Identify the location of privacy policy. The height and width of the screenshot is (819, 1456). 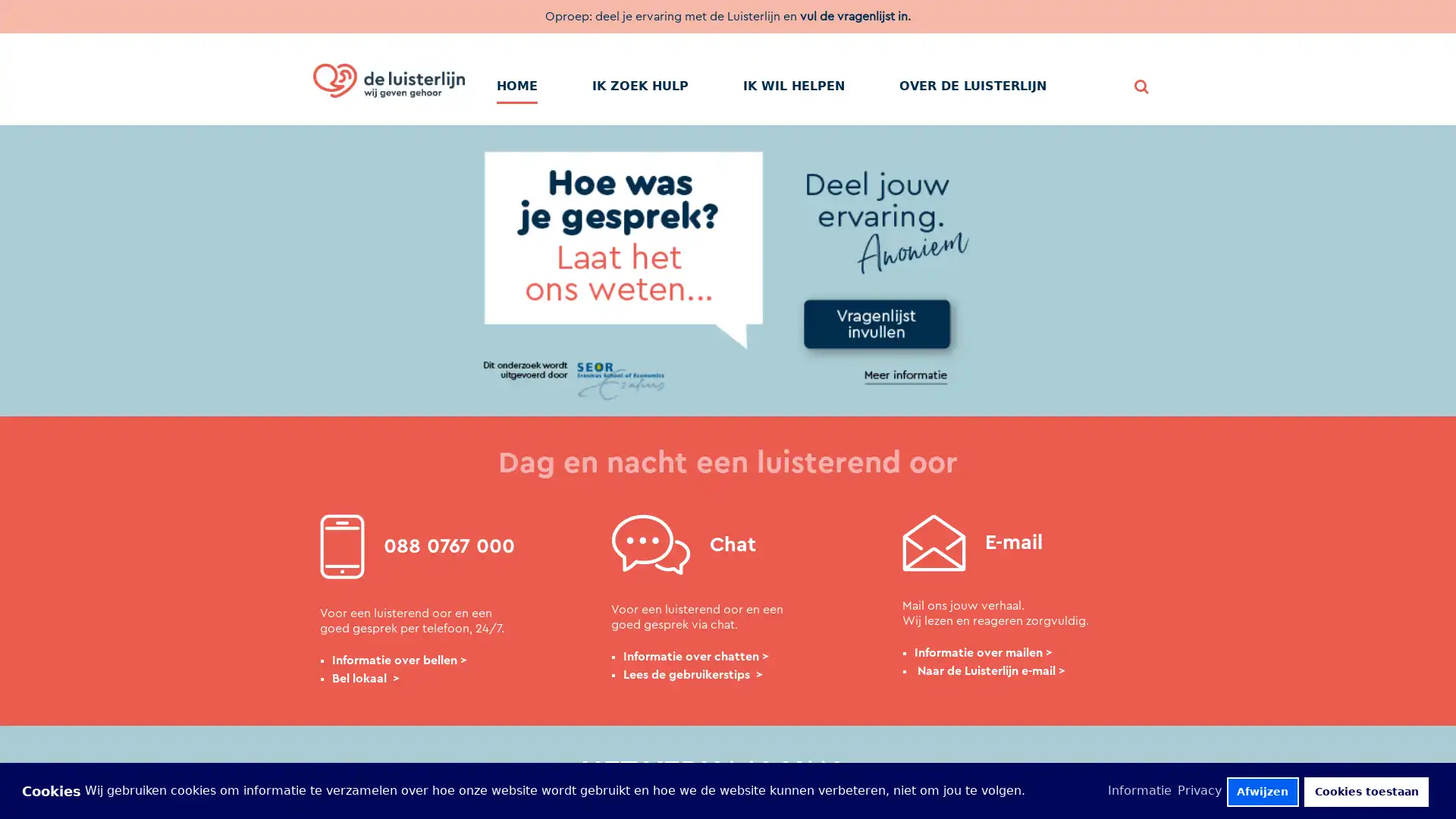
(1199, 789).